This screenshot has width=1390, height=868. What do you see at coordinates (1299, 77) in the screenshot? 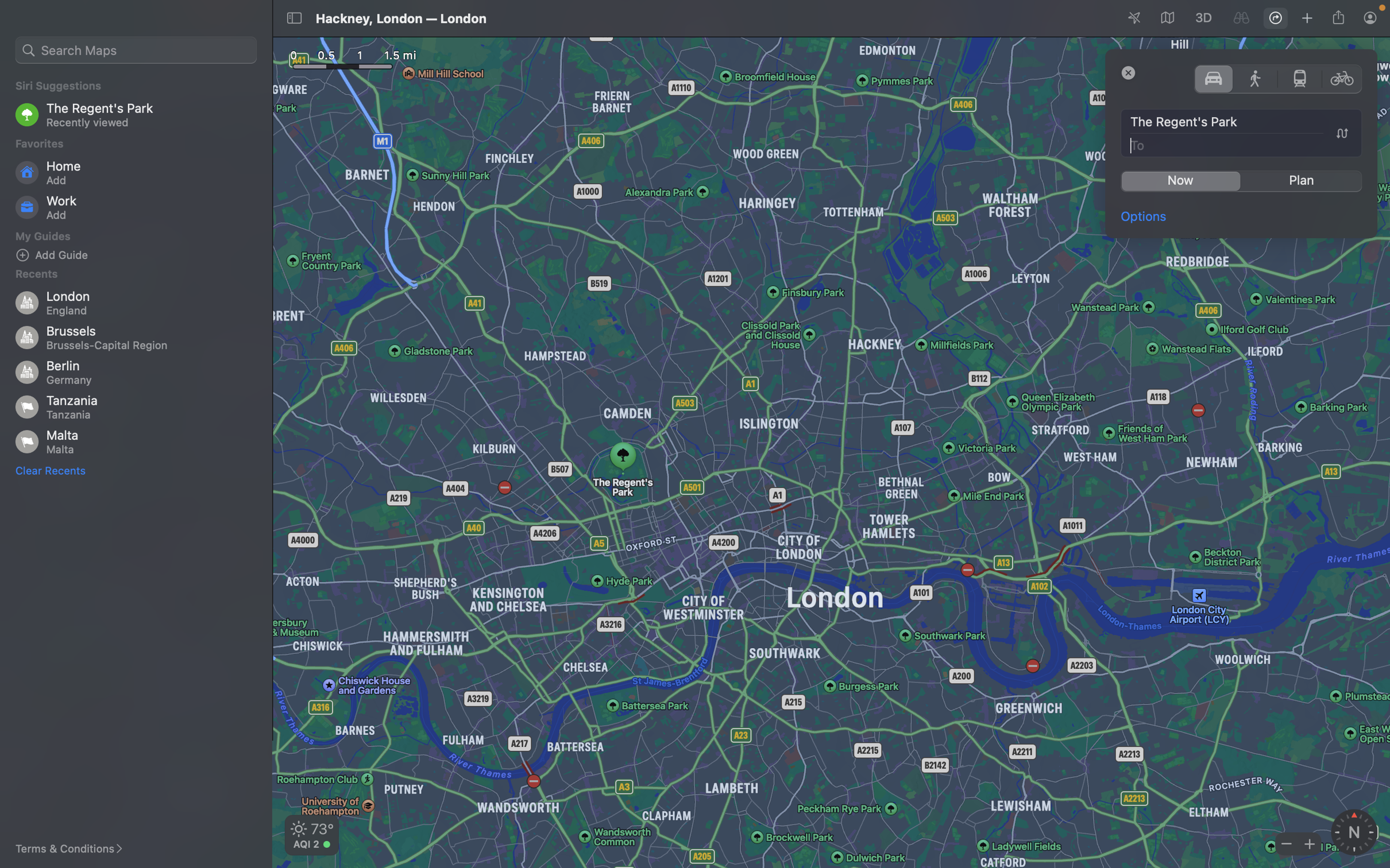
I see `public transit as the means of transport` at bounding box center [1299, 77].